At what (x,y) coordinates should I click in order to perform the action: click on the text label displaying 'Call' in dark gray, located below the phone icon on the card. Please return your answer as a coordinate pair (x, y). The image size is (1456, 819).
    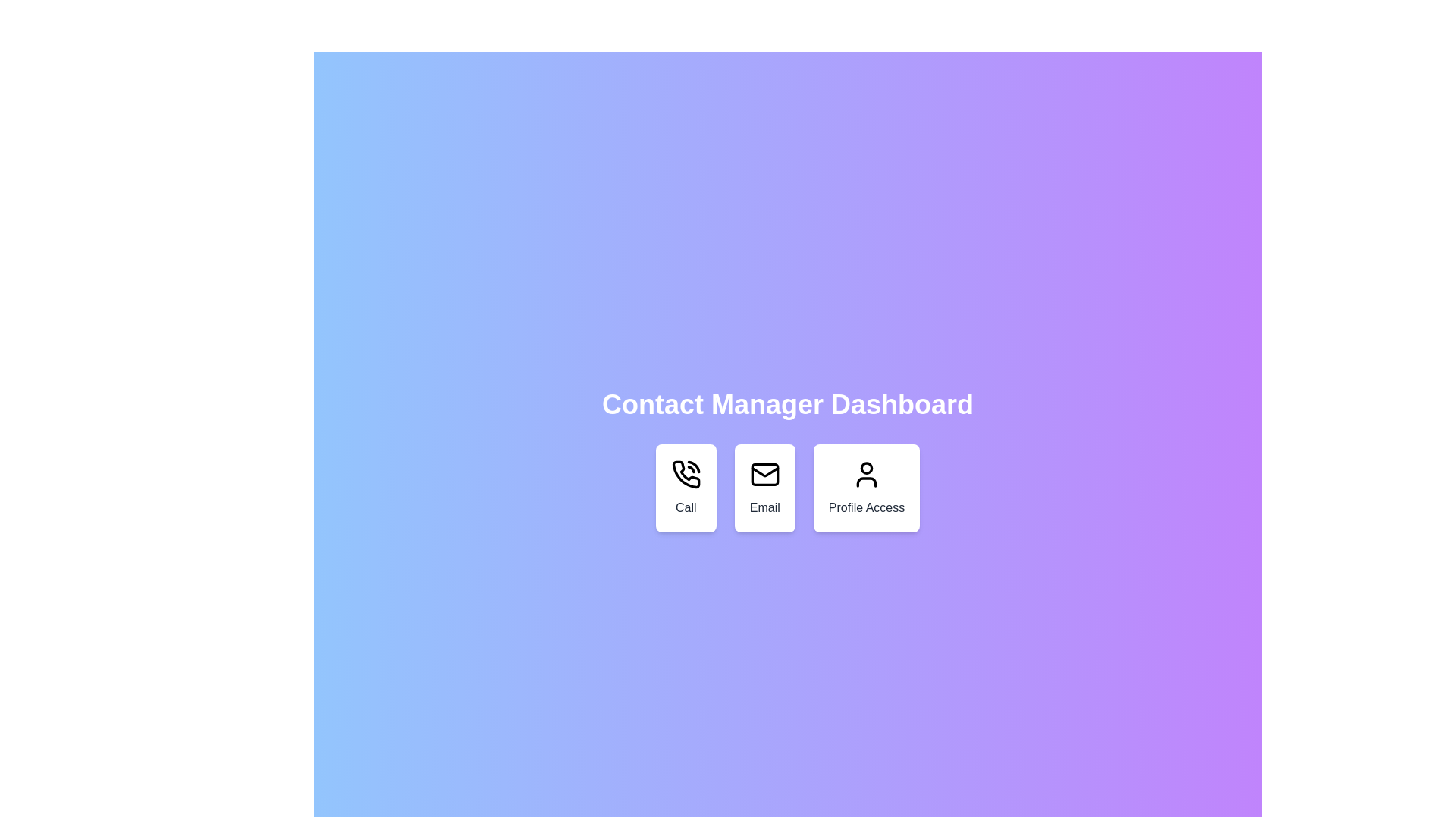
    Looking at the image, I should click on (685, 508).